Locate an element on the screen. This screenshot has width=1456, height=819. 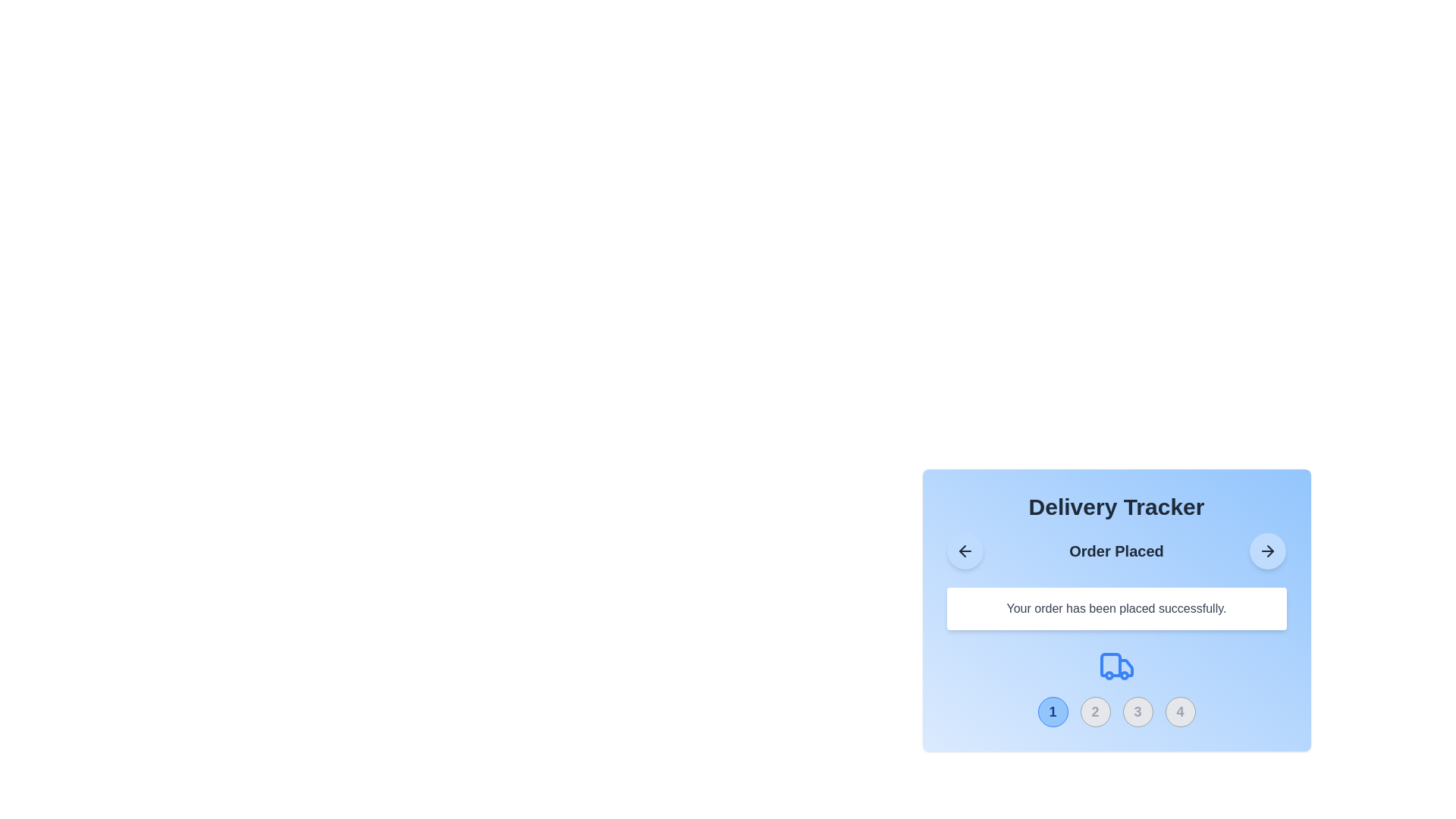
the rightward arrow icon within the circular button located in the top-right corner of the delivery tracker interface is located at coordinates (1267, 551).